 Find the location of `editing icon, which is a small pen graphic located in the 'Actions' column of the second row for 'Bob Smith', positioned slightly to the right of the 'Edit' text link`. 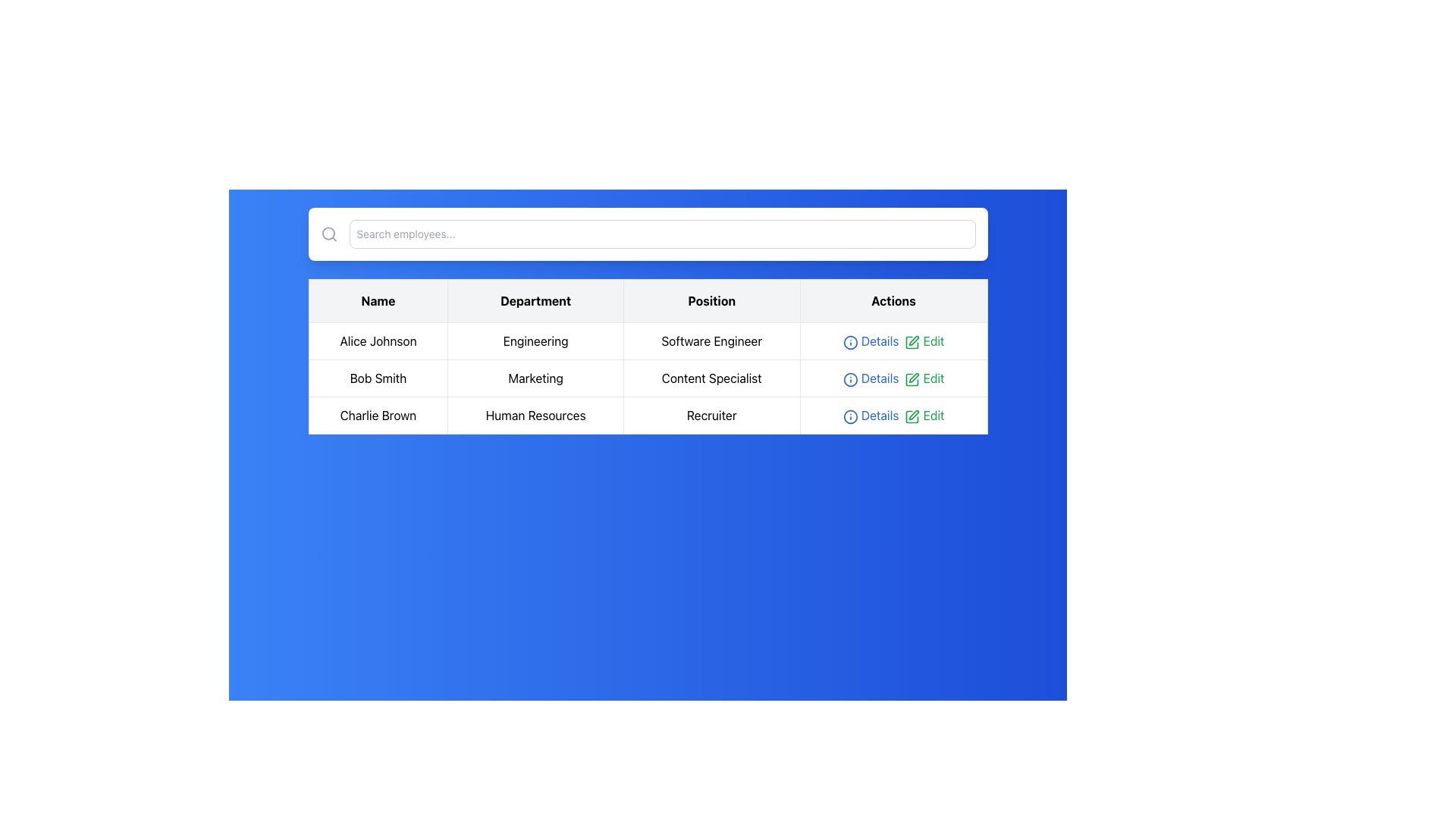

editing icon, which is a small pen graphic located in the 'Actions' column of the second row for 'Bob Smith', positioned slightly to the right of the 'Edit' text link is located at coordinates (913, 340).